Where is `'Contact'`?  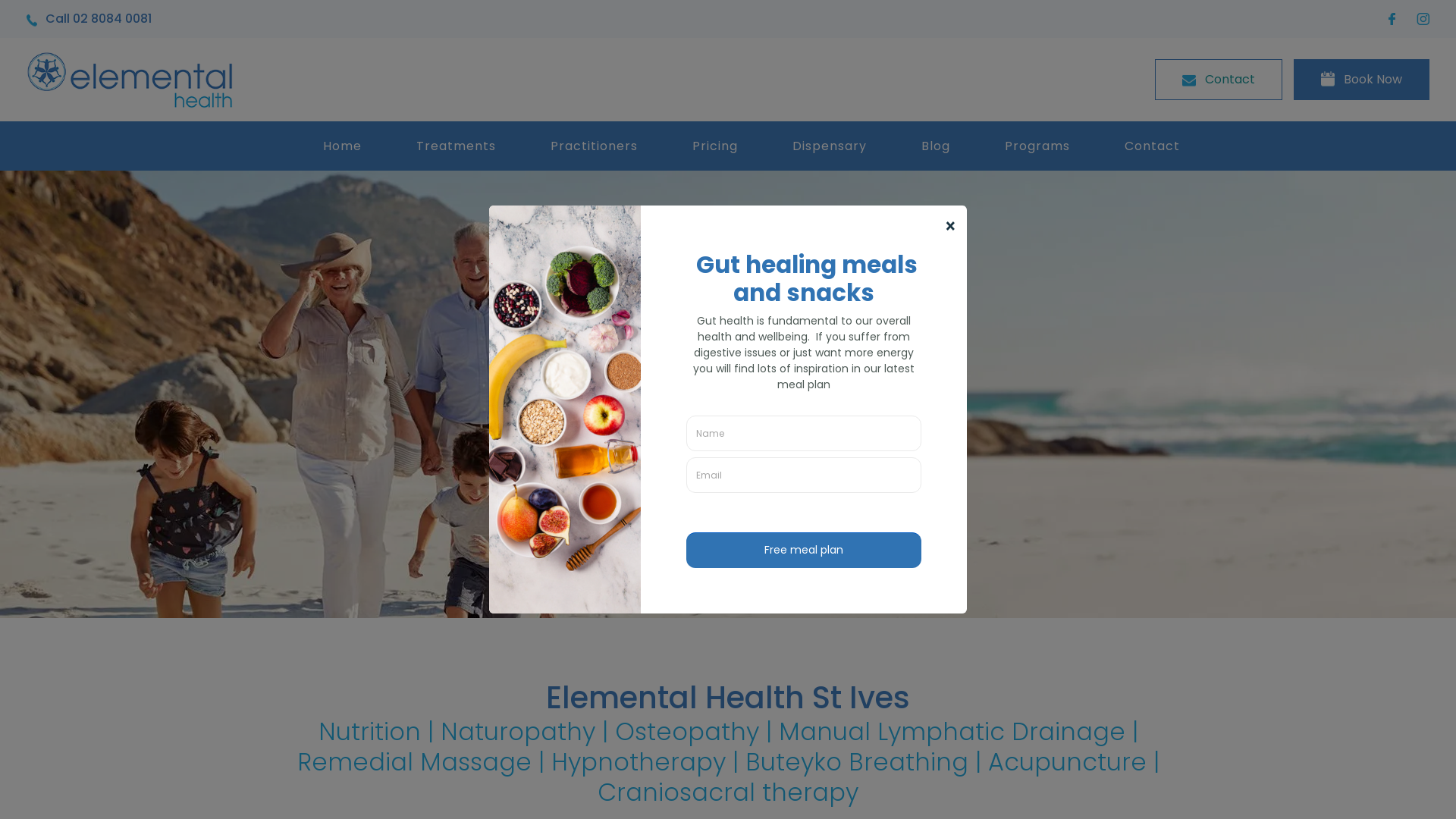 'Contact' is located at coordinates (1219, 79).